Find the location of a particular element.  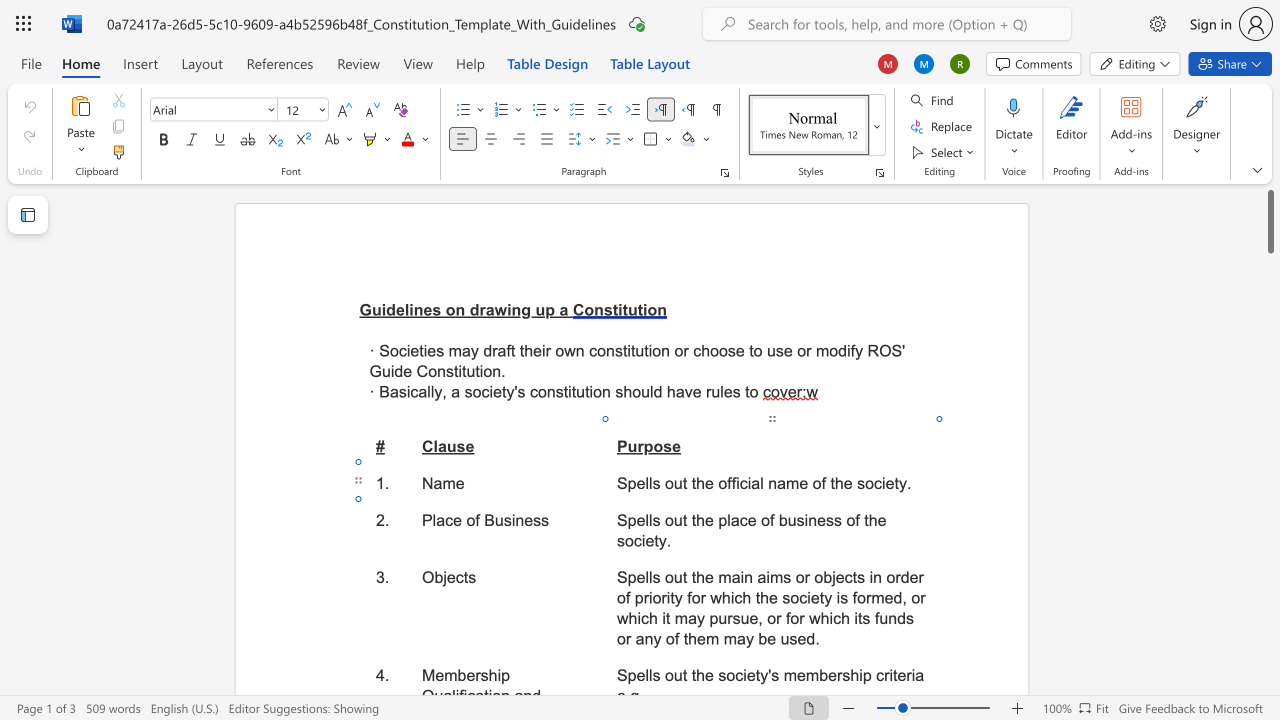

the space between the continuous character "a" and "c" in the text is located at coordinates (443, 519).